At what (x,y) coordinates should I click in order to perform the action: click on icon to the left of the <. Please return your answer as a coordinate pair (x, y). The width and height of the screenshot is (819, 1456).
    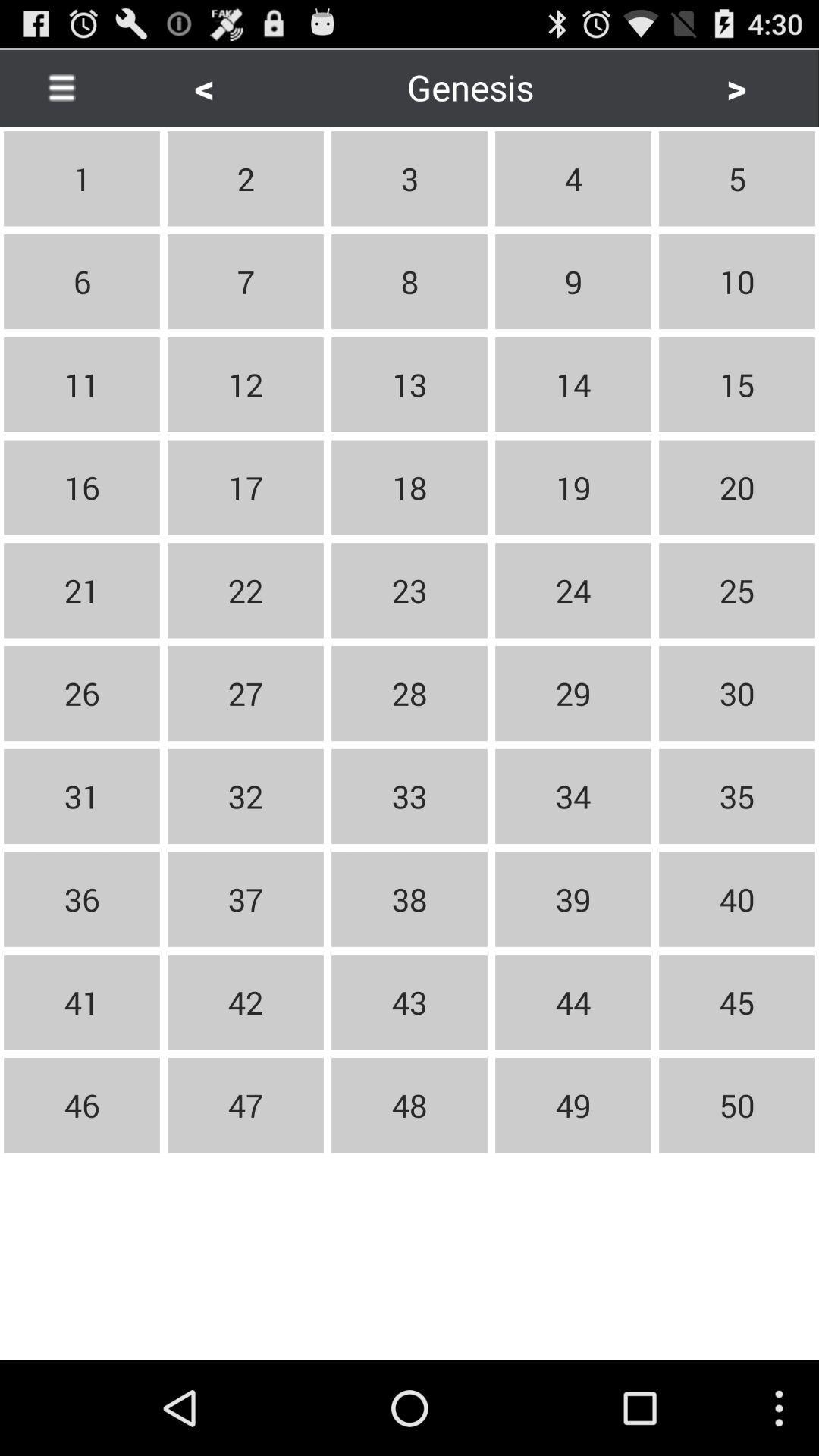
    Looking at the image, I should click on (61, 86).